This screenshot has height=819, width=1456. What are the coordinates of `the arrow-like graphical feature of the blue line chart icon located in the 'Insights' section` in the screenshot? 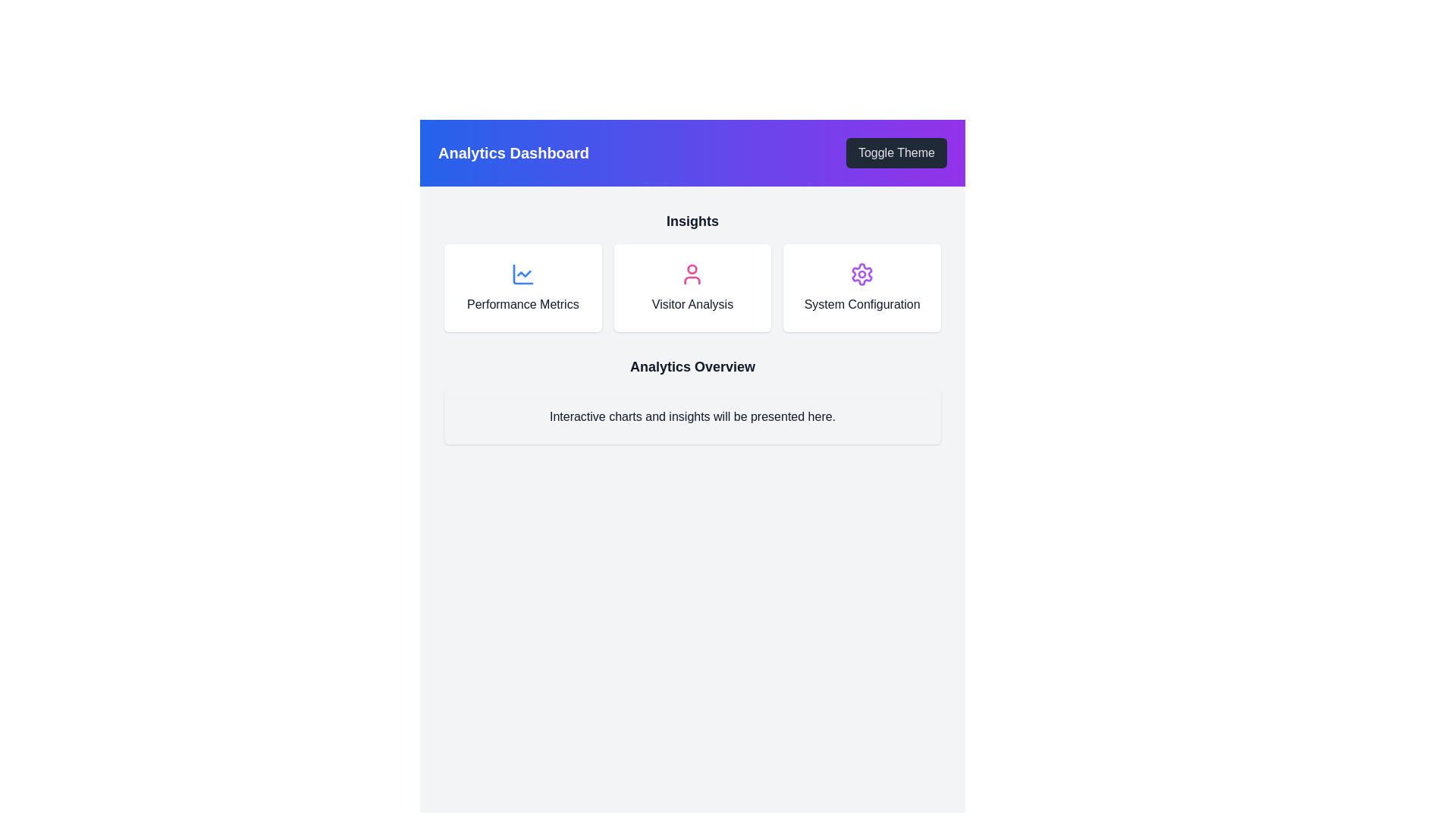 It's located at (524, 274).